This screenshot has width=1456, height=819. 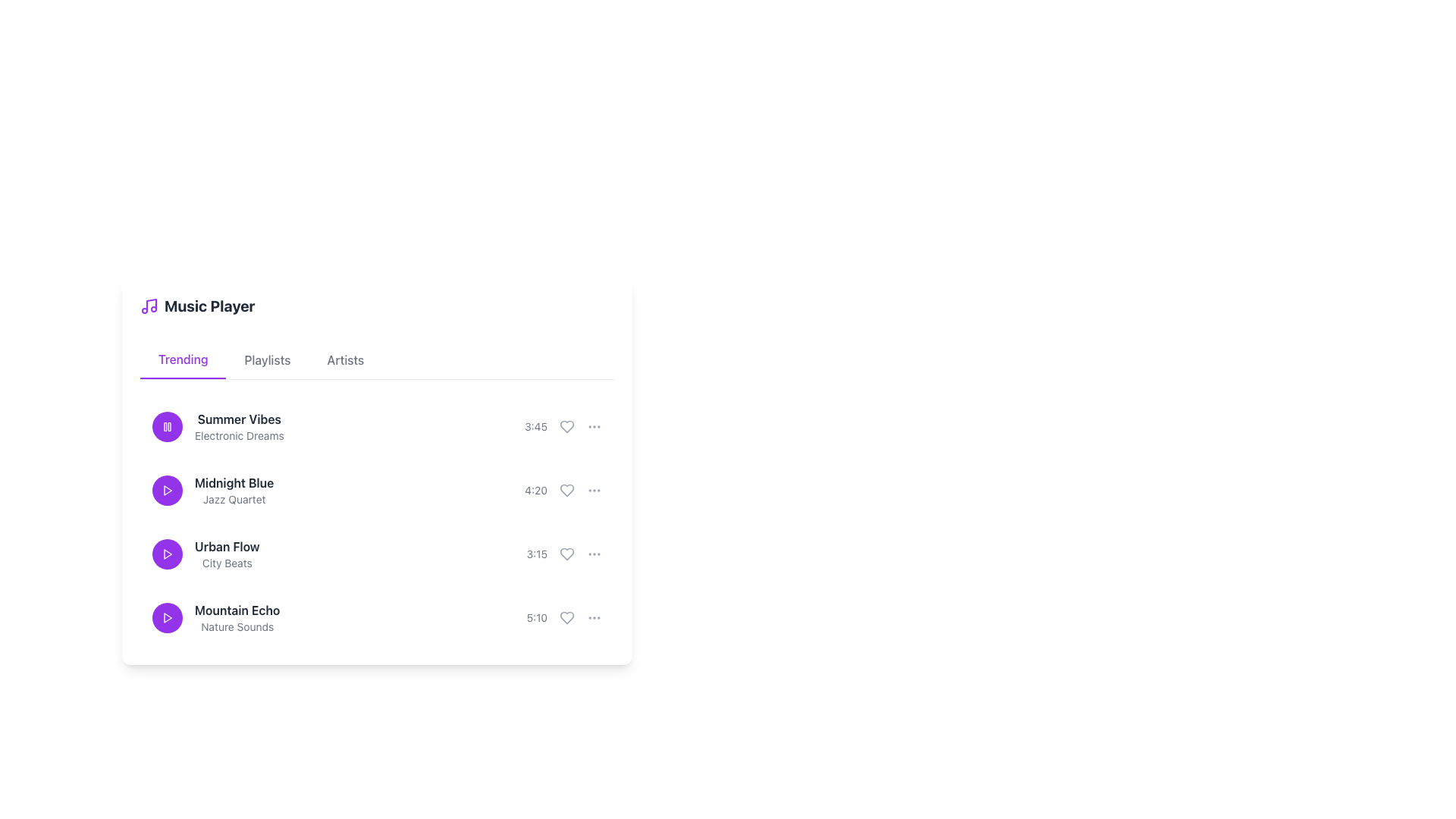 I want to click on text of the title label for the third music track, which is located between 'Midnight Blue' and 'Mountain Echo' and above the subtitle 'City Beats', so click(x=226, y=547).